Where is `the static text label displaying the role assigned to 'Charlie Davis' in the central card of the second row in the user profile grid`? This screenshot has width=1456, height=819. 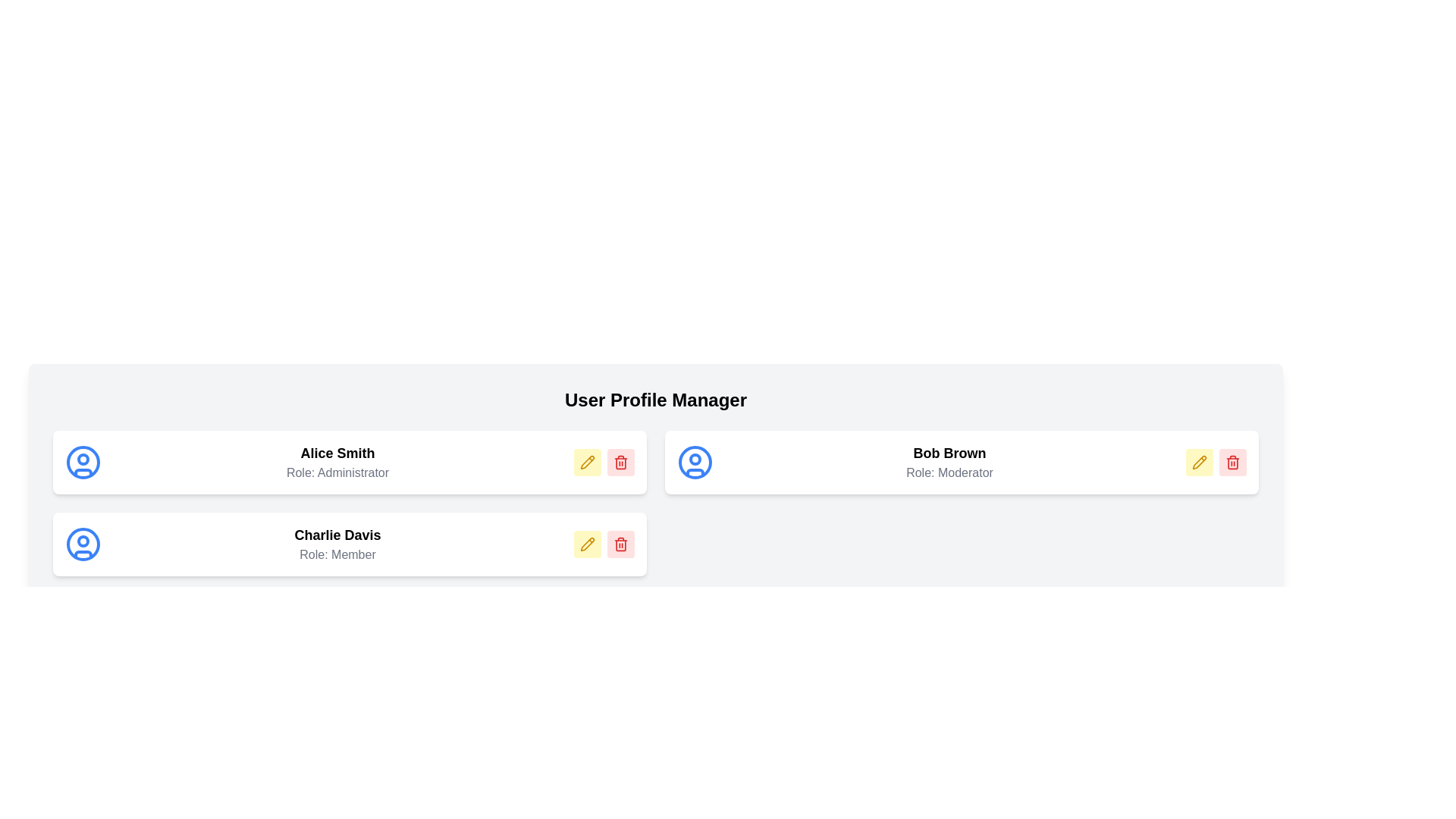
the static text label displaying the role assigned to 'Charlie Davis' in the central card of the second row in the user profile grid is located at coordinates (337, 555).